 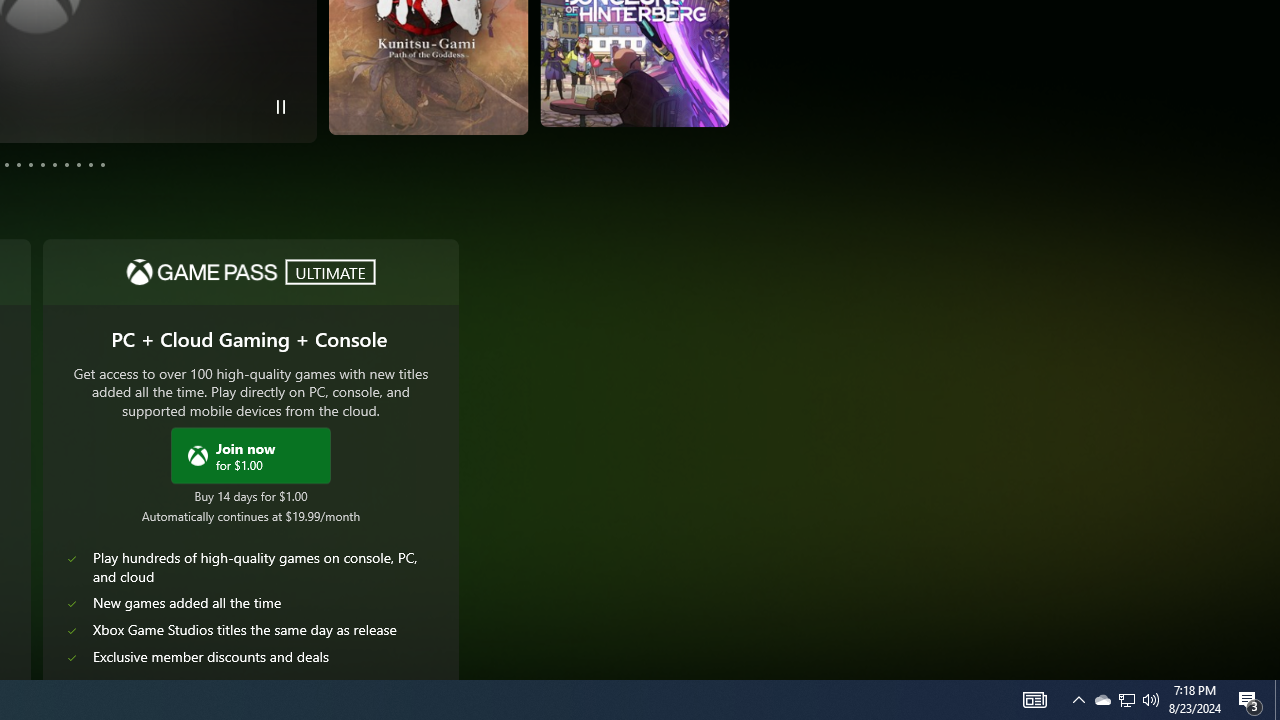 What do you see at coordinates (279, 106) in the screenshot?
I see `'Pause Trailer'` at bounding box center [279, 106].